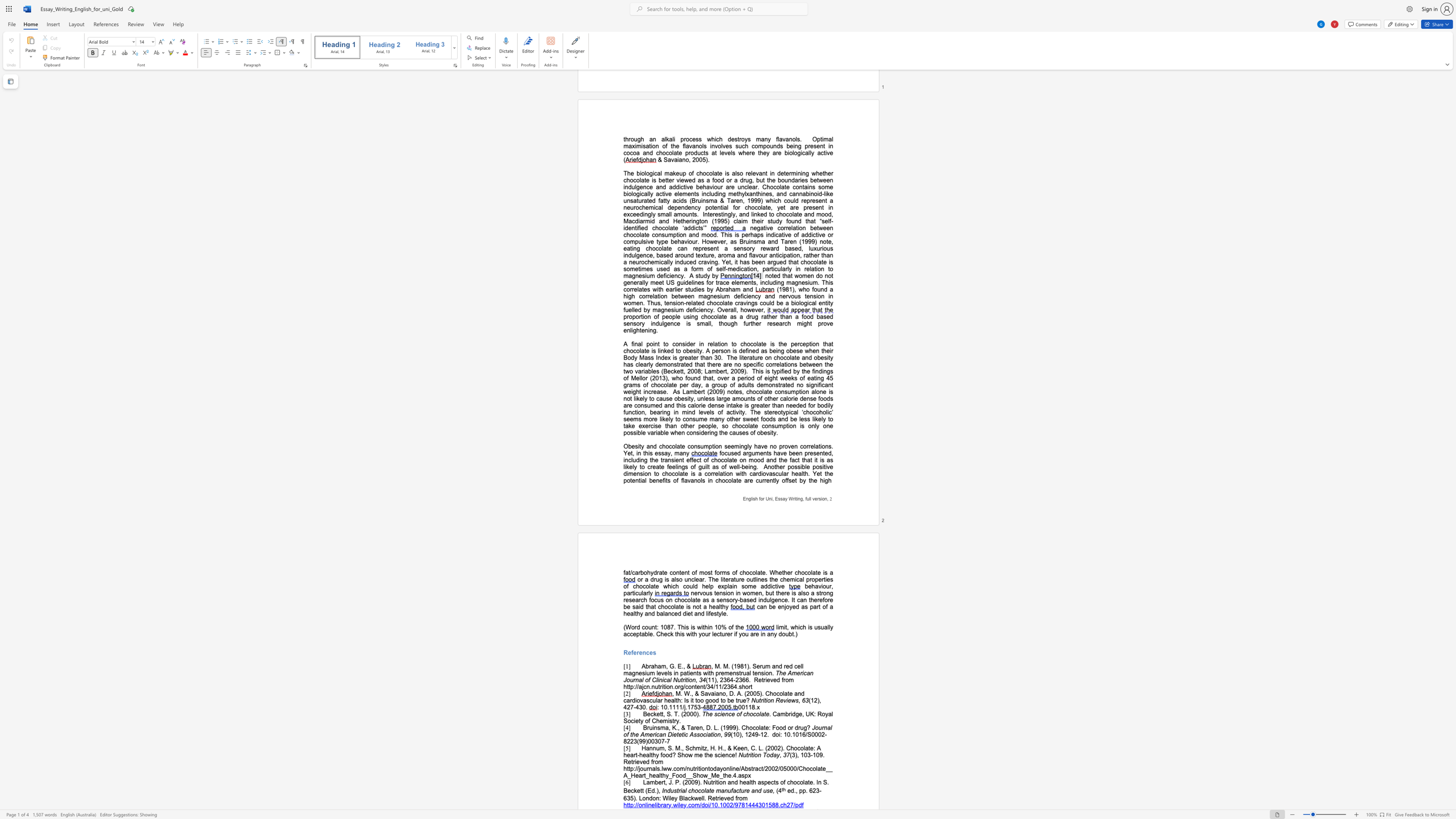 This screenshot has height=819, width=1456. Describe the element at coordinates (795, 791) in the screenshot. I see `the subset text ", pp. 623-635). London: Wiley Blackwell. Retrieved fr" within the text "ed., pp. 623-635). London: Wiley Blackwell. Retrieved from"` at that location.